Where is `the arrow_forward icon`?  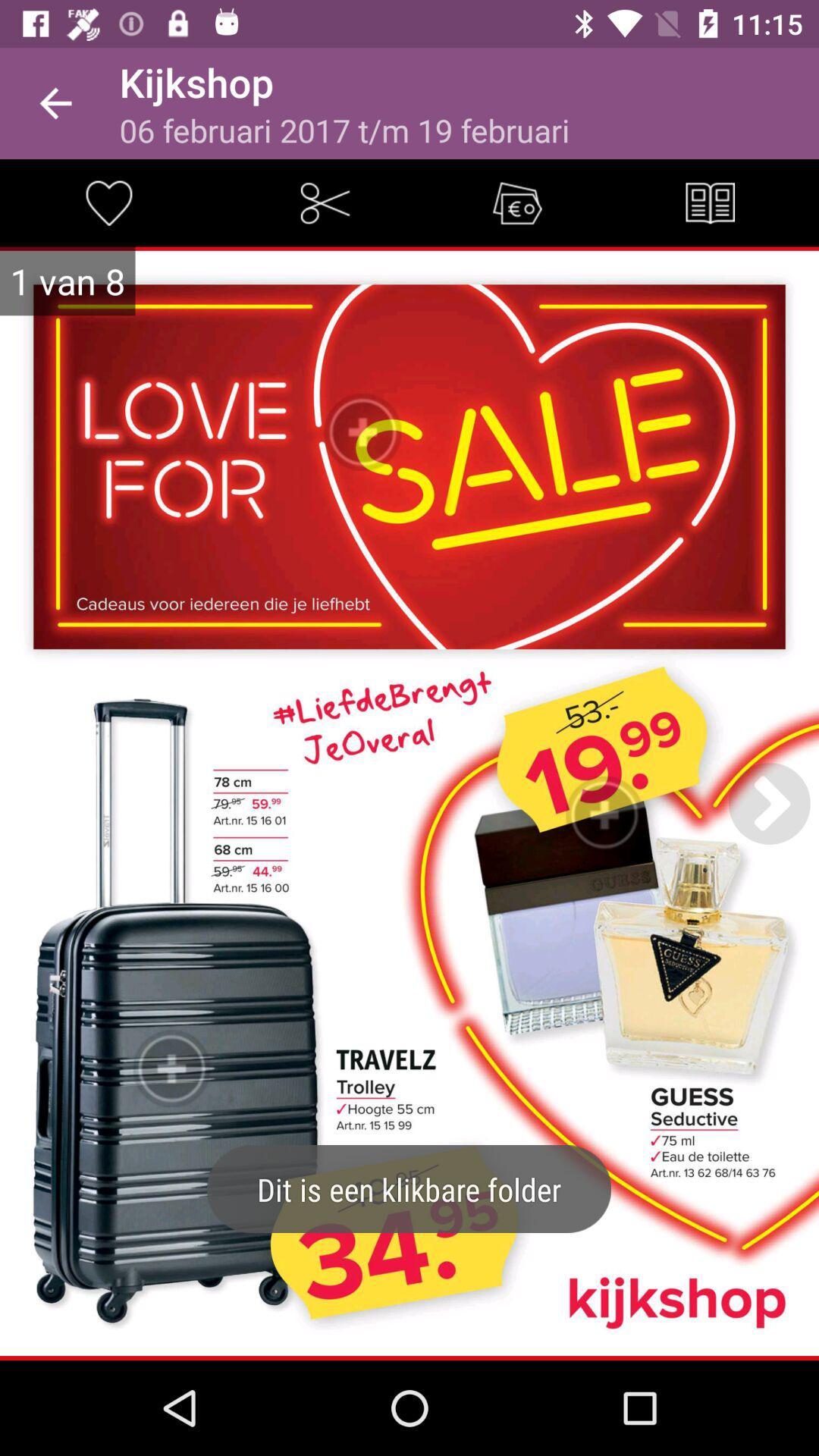 the arrow_forward icon is located at coordinates (769, 802).